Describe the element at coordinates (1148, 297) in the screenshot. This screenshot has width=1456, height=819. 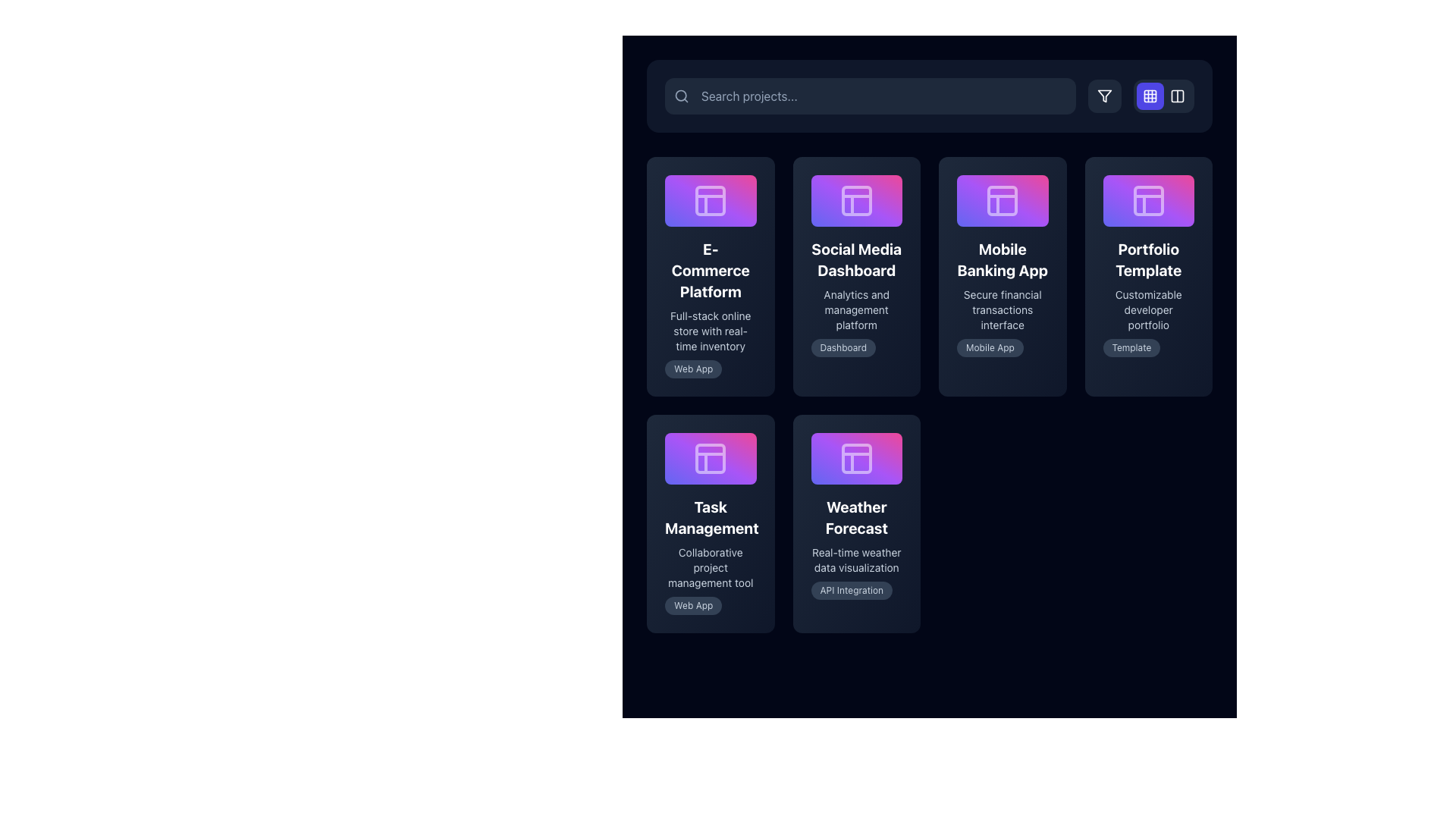
I see `the textual content element that provides information about a specific portfolio template, located on the rightmost side of the grid layout within a card component` at that location.